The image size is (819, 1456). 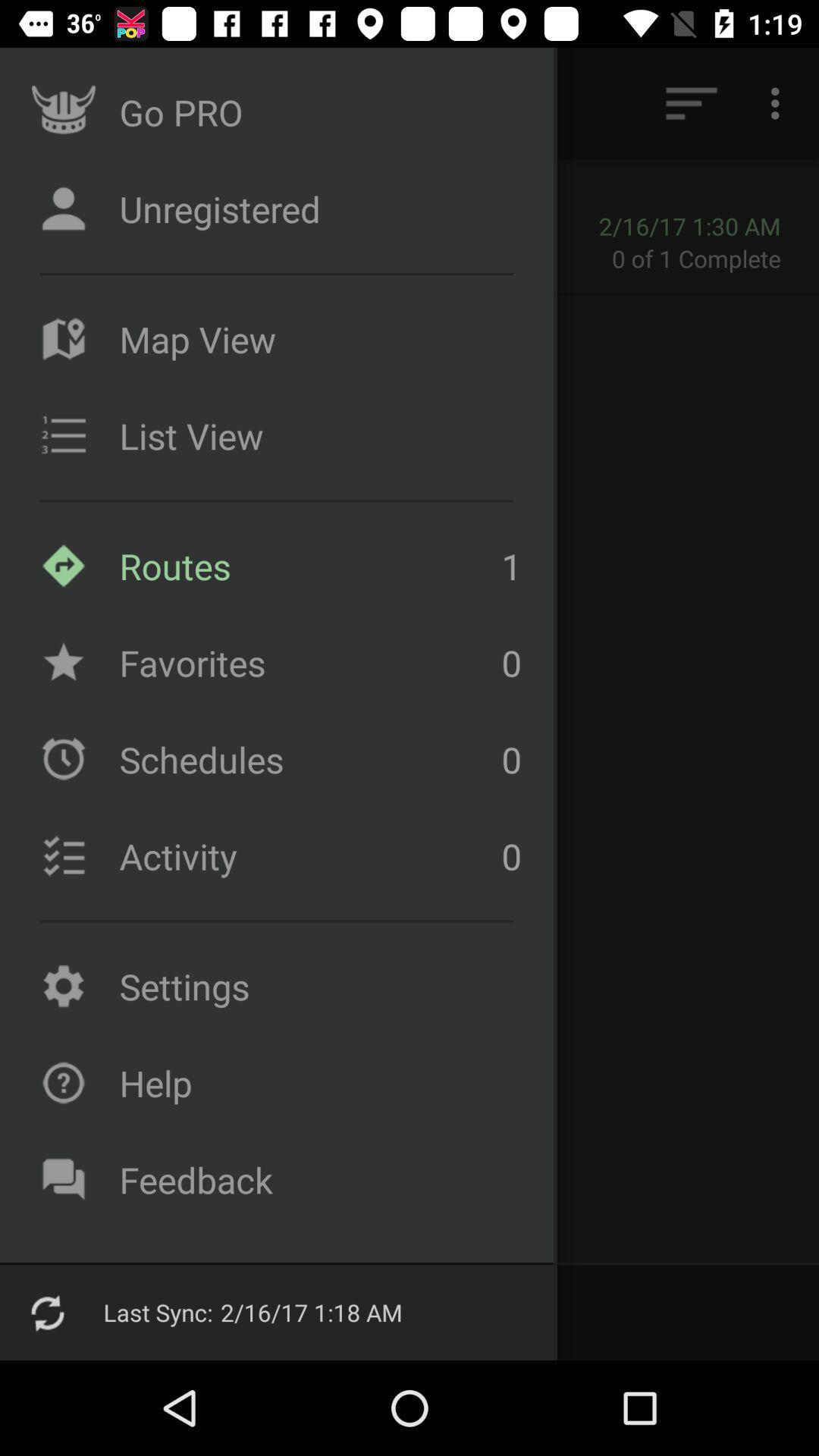 I want to click on the icon to the left of go pro icon, so click(x=55, y=102).